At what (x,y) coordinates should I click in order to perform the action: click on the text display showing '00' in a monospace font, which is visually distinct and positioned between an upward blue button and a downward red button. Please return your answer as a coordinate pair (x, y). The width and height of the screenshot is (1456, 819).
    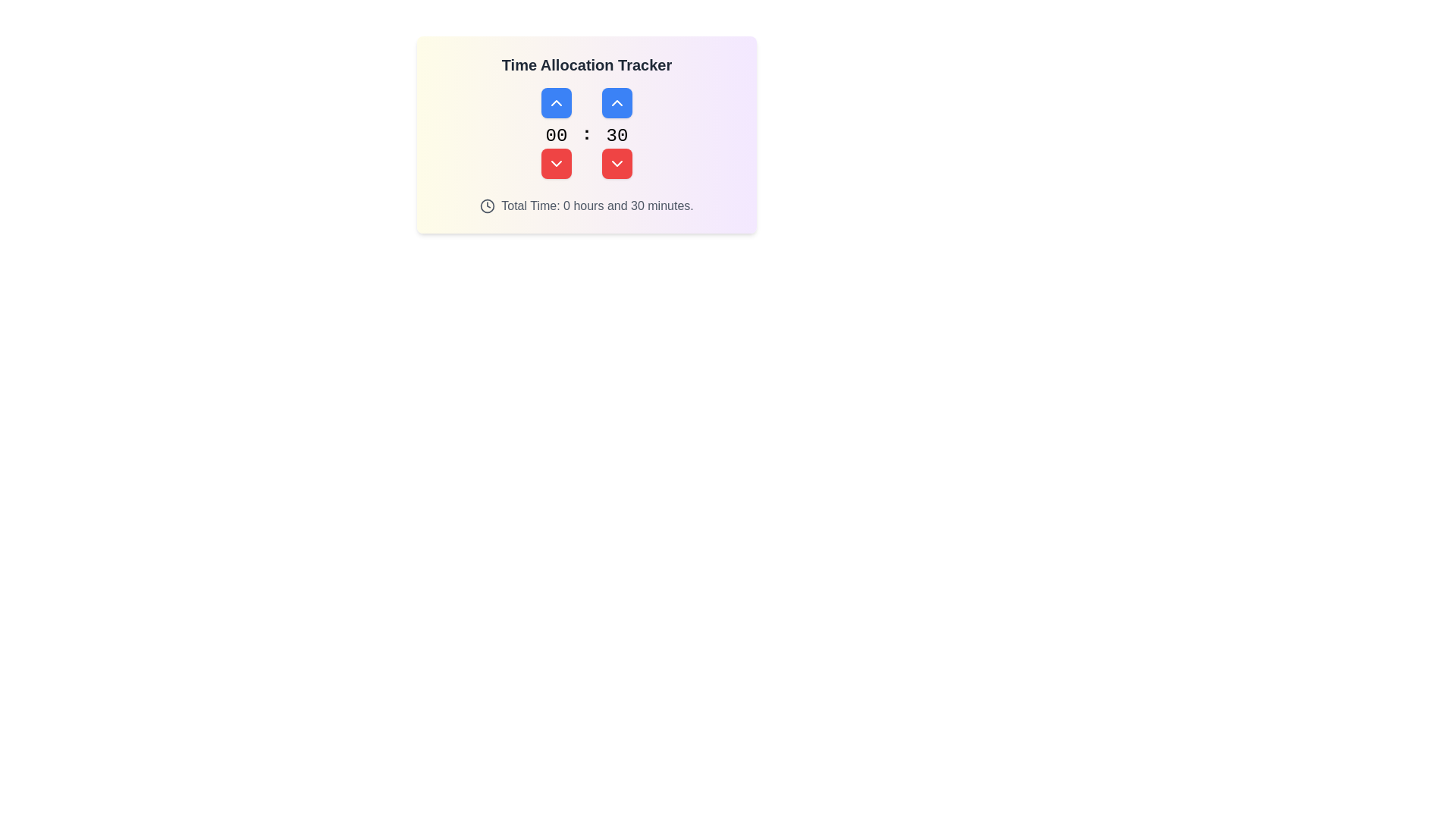
    Looking at the image, I should click on (556, 136).